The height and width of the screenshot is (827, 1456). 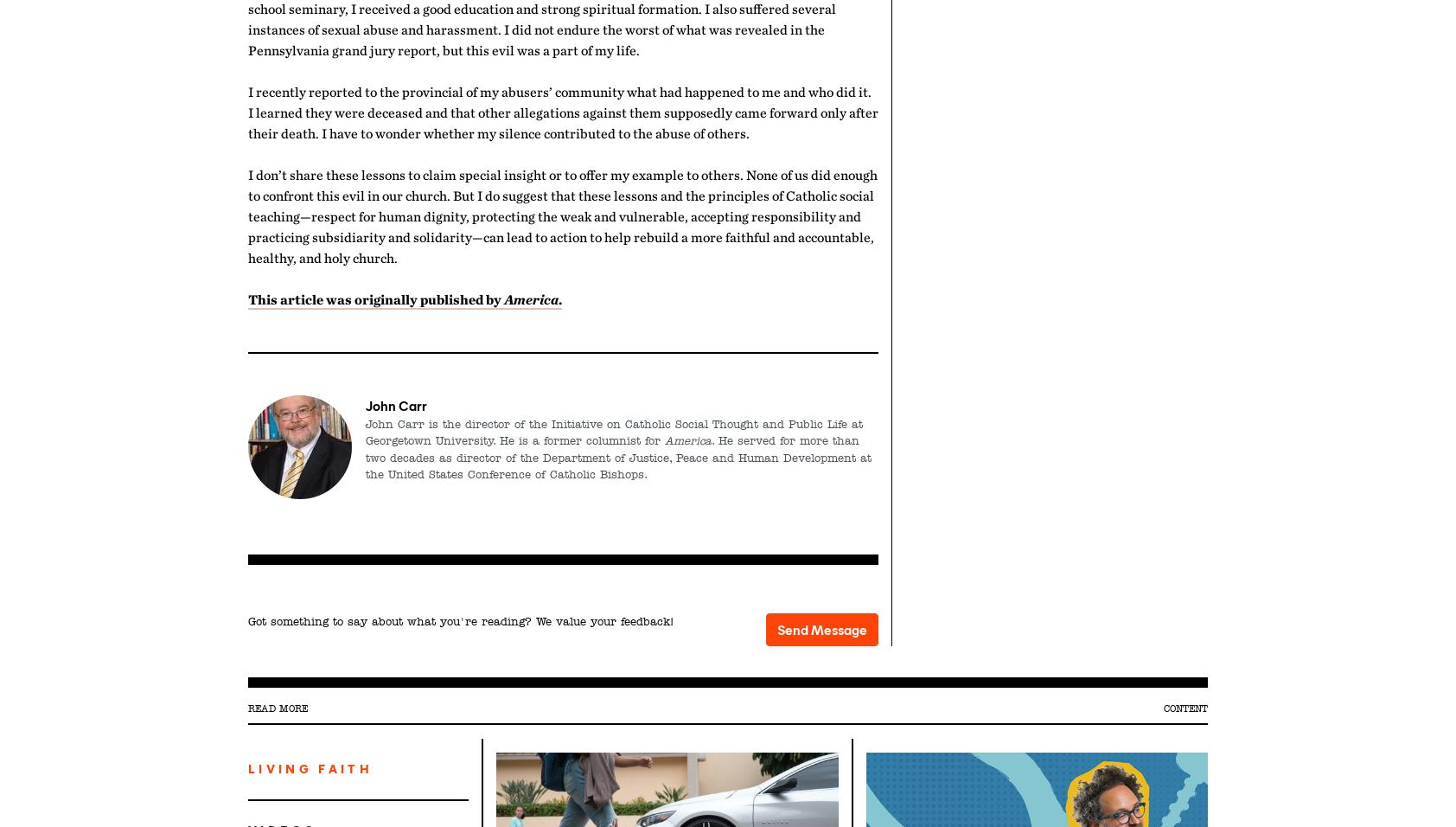 I want to click on 'Content', so click(x=1163, y=708).